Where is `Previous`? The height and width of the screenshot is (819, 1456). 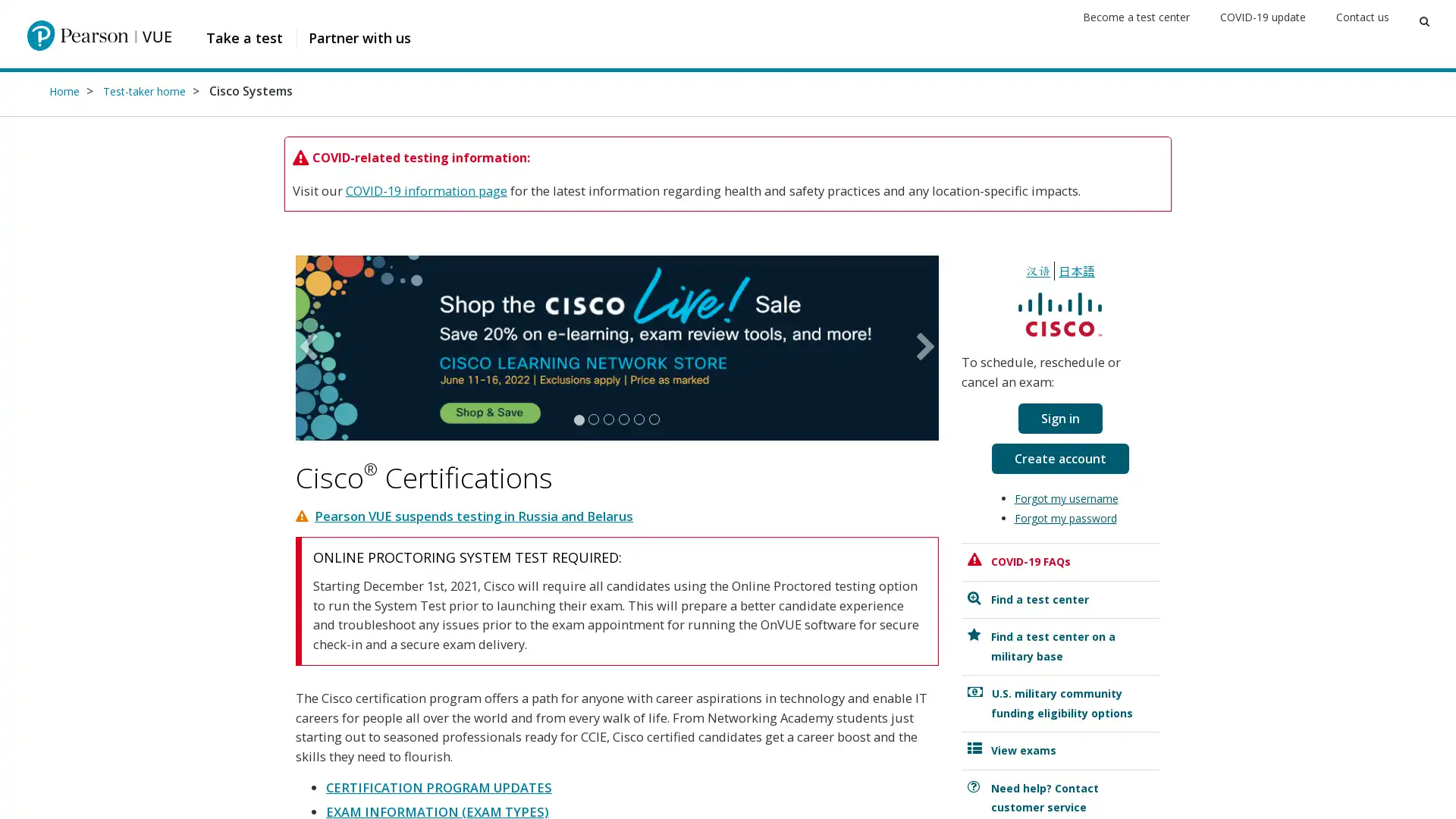
Previous is located at coordinates (309, 347).